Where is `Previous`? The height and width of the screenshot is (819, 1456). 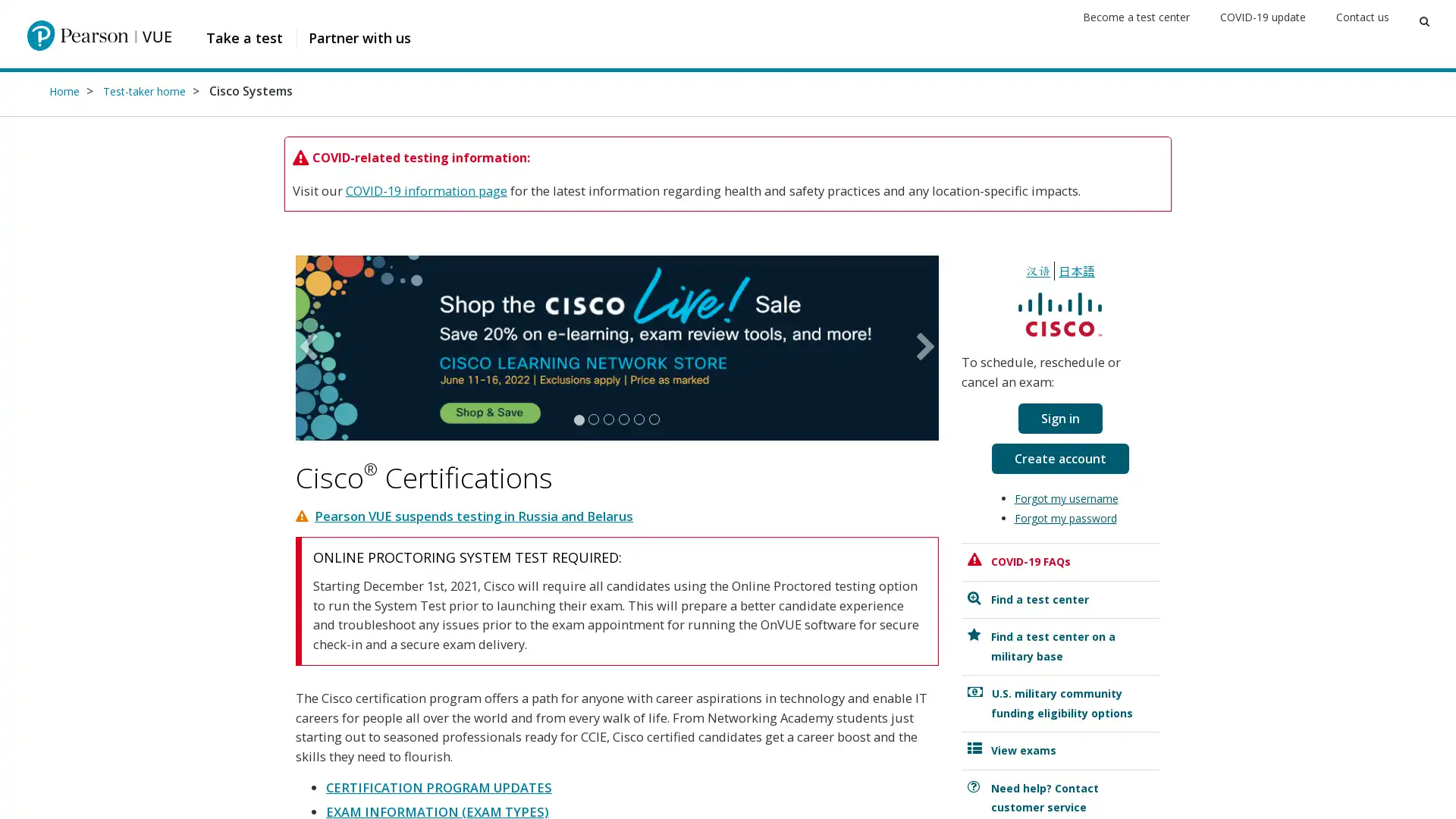
Previous is located at coordinates (309, 347).